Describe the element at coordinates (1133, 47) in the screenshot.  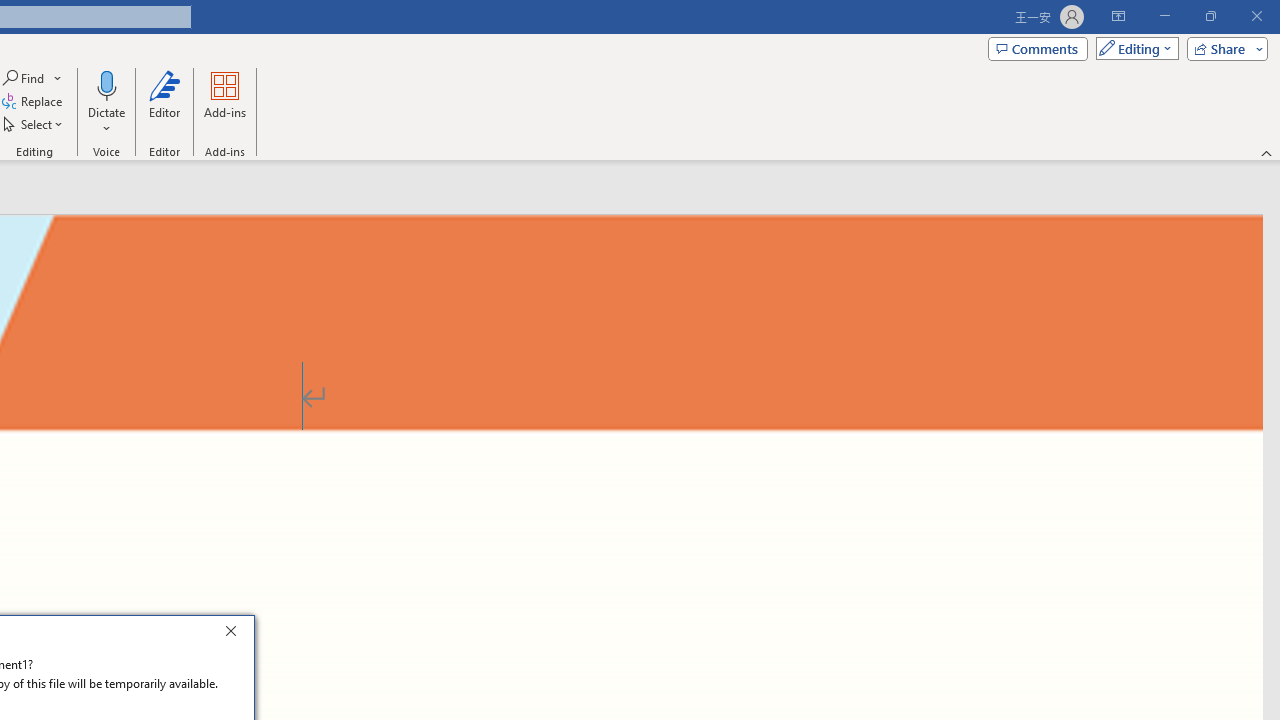
I see `'Mode'` at that location.